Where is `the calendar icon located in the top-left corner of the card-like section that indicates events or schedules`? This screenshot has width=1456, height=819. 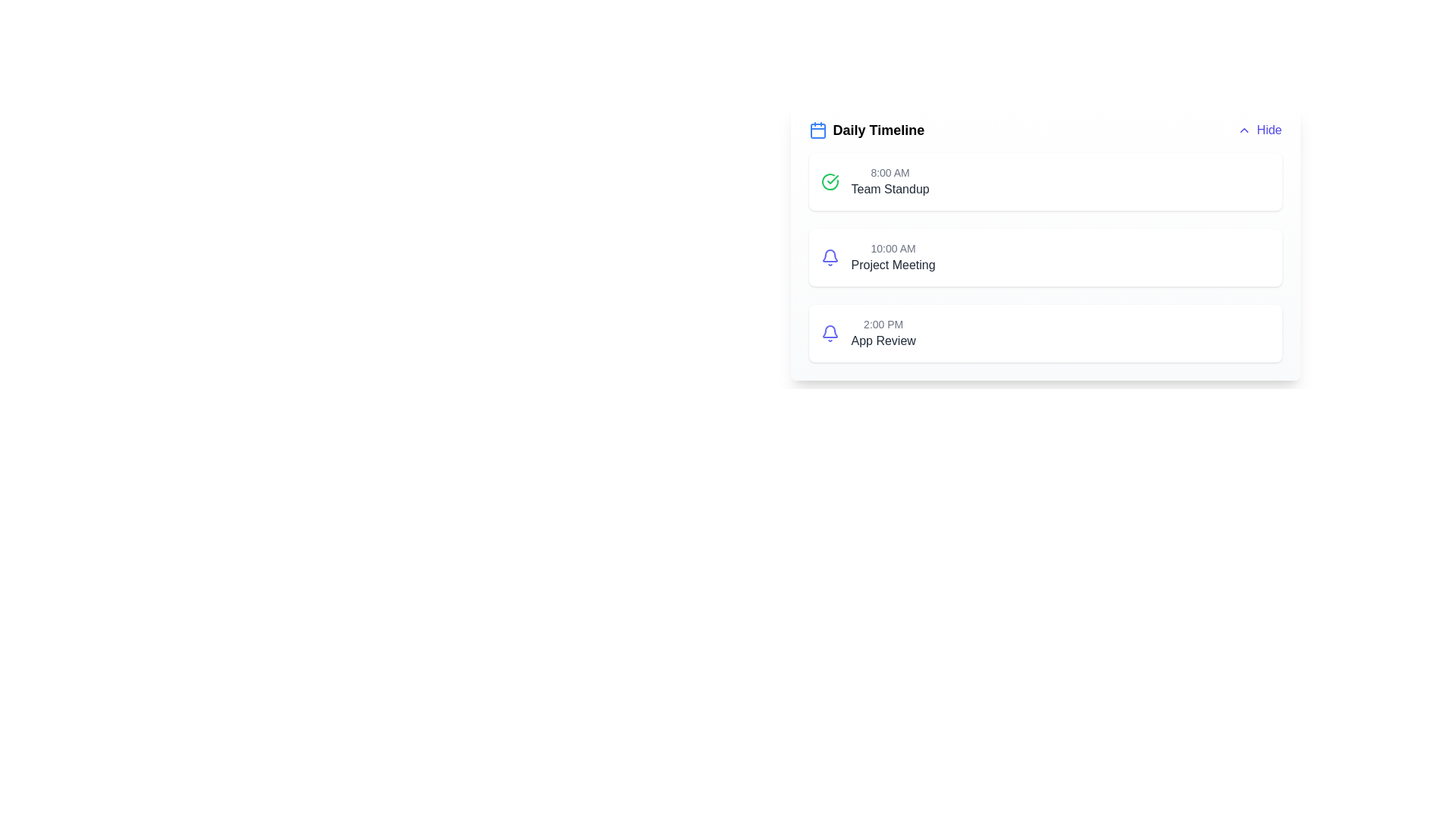 the calendar icon located in the top-left corner of the card-like section that indicates events or schedules is located at coordinates (817, 130).